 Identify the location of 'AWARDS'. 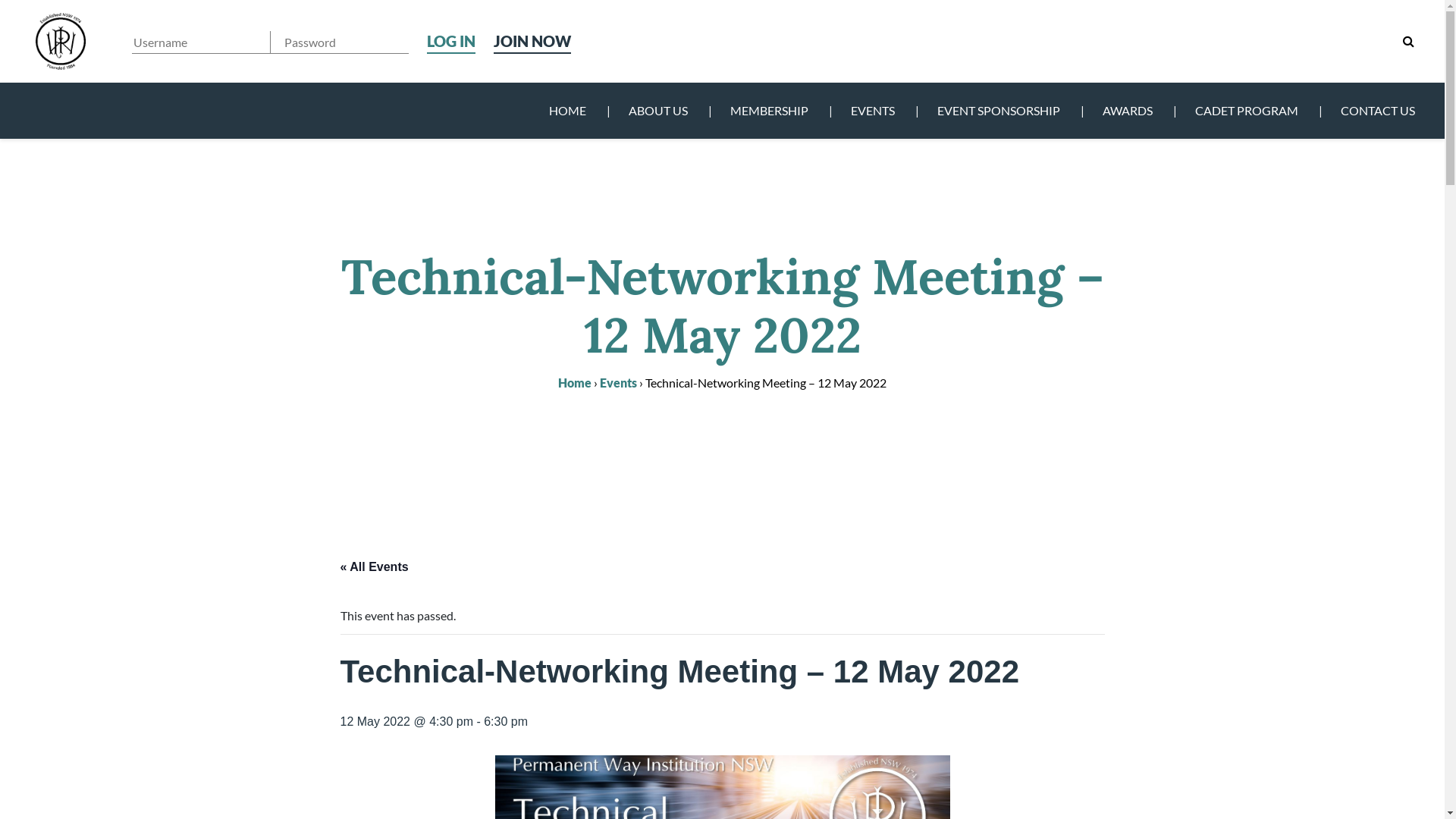
(1080, 110).